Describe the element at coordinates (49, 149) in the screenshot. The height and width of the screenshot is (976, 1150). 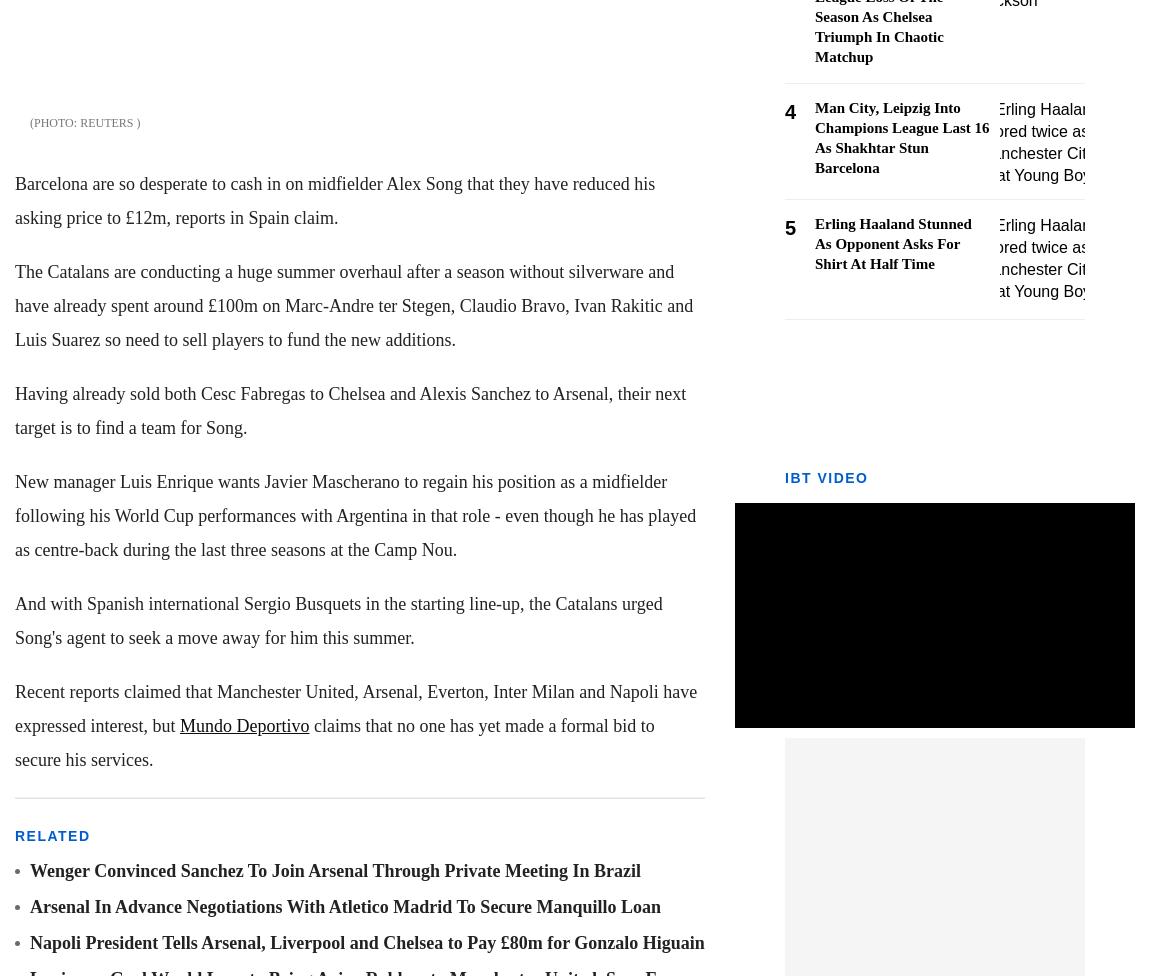
I see `'Technology'` at that location.